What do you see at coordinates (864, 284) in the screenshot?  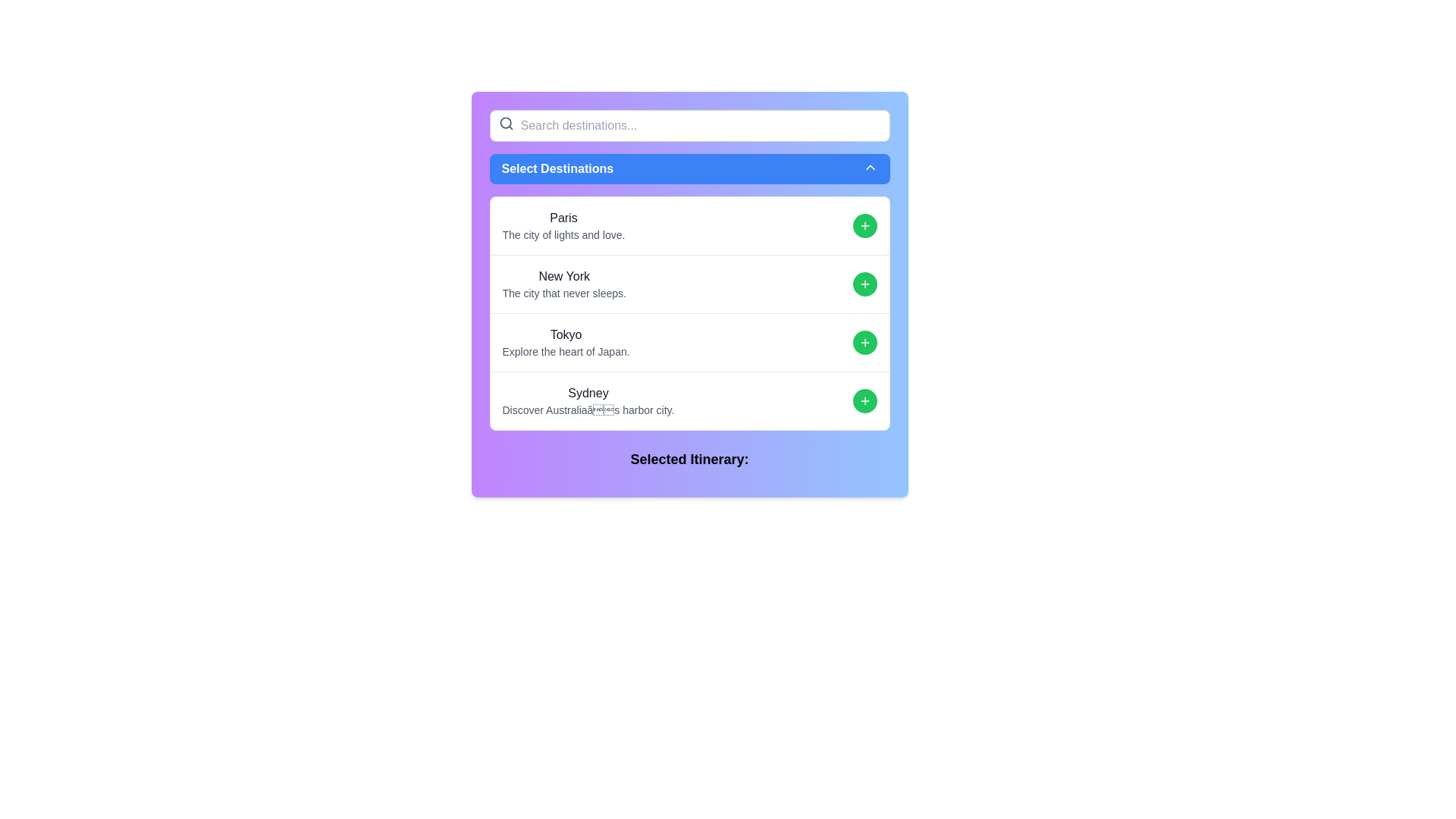 I see `the green circular button with a white plus sign` at bounding box center [864, 284].